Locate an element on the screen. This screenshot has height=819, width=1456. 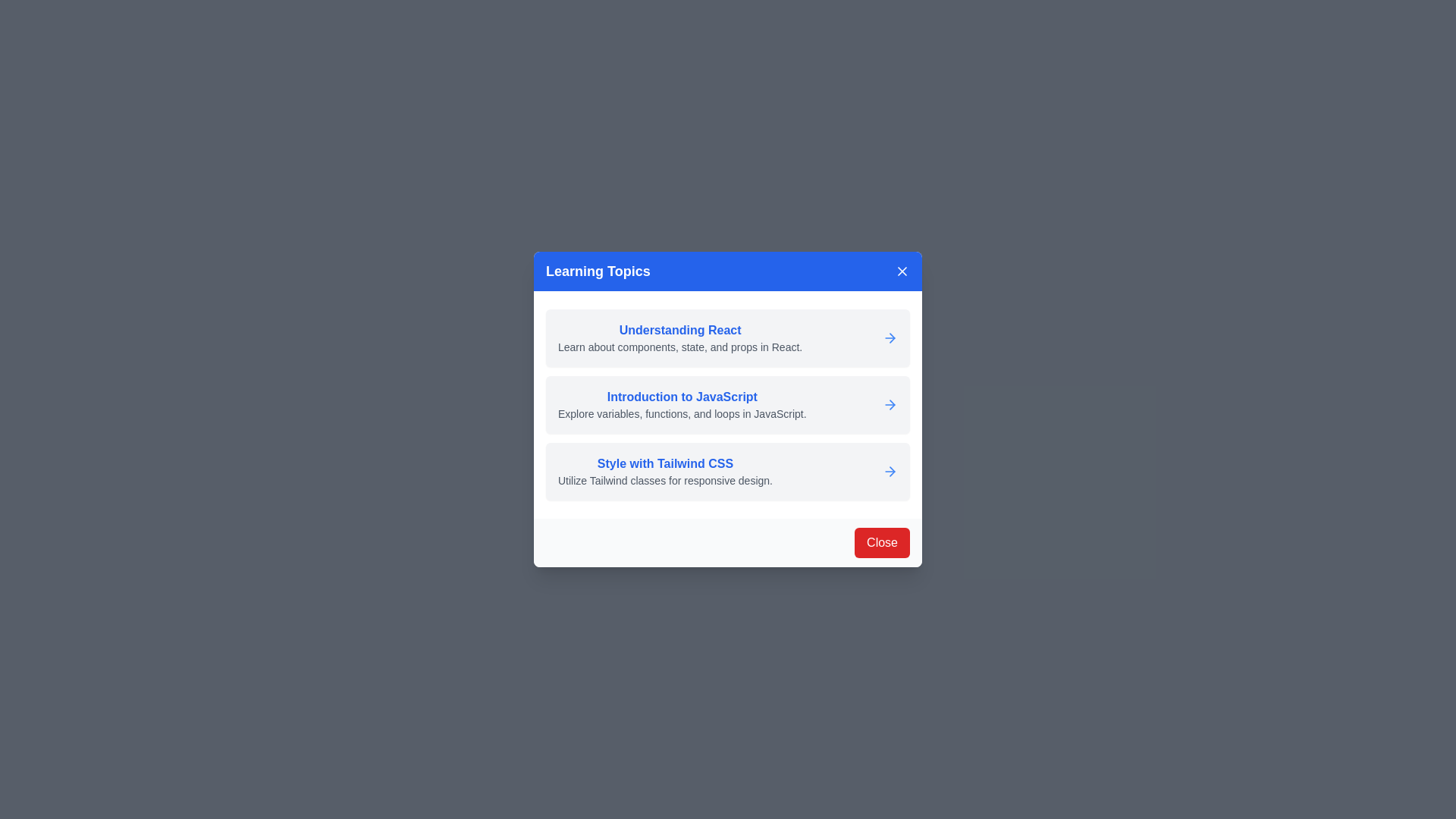
the clickable item titled 'Introduction to JavaScript' in the 'Learning Topics' modal dialog is located at coordinates (728, 403).